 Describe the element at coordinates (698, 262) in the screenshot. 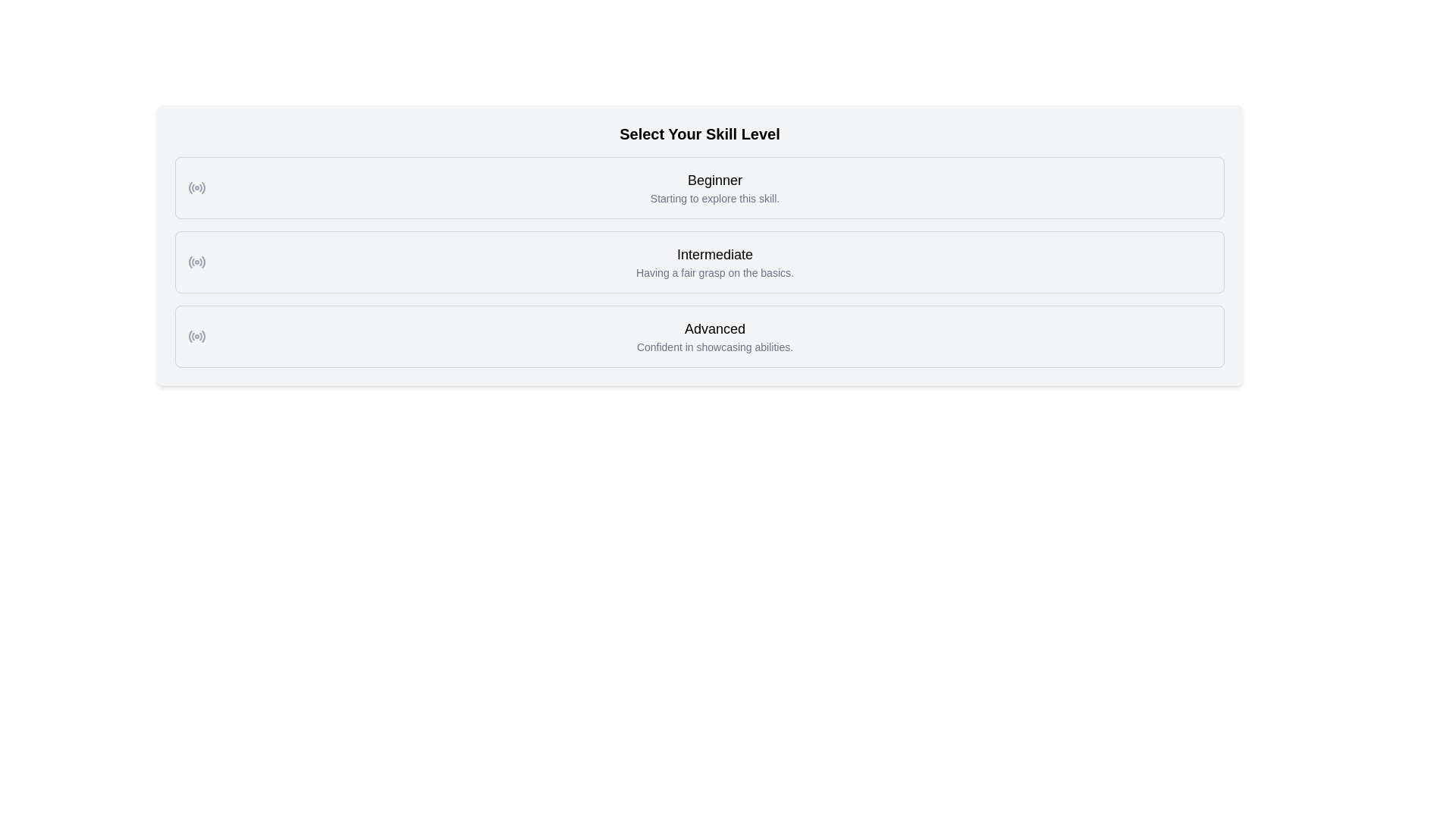

I see `the 'Intermediate' skill level option selector box, which is located between the 'Beginner' and 'Advanced' options` at that location.